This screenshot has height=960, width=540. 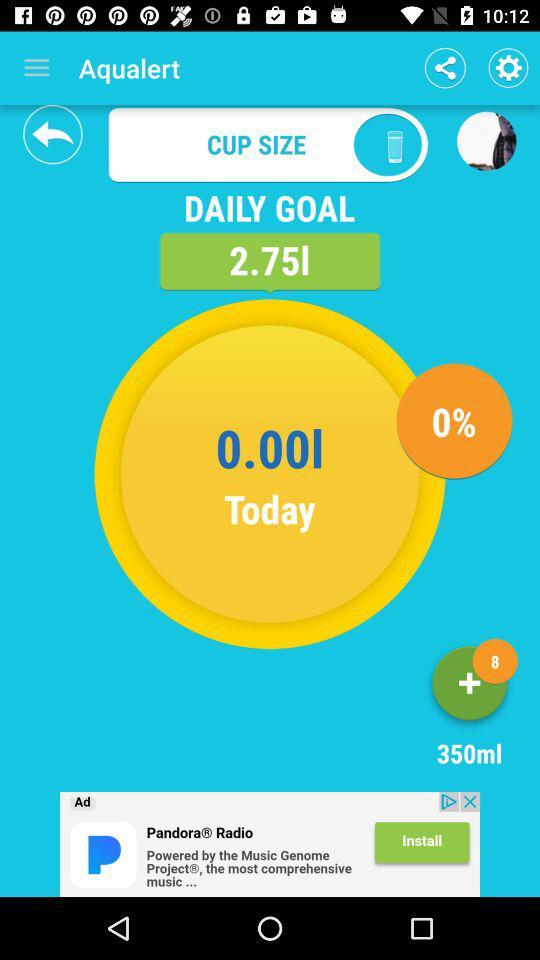 I want to click on the reply icon, so click(x=52, y=133).